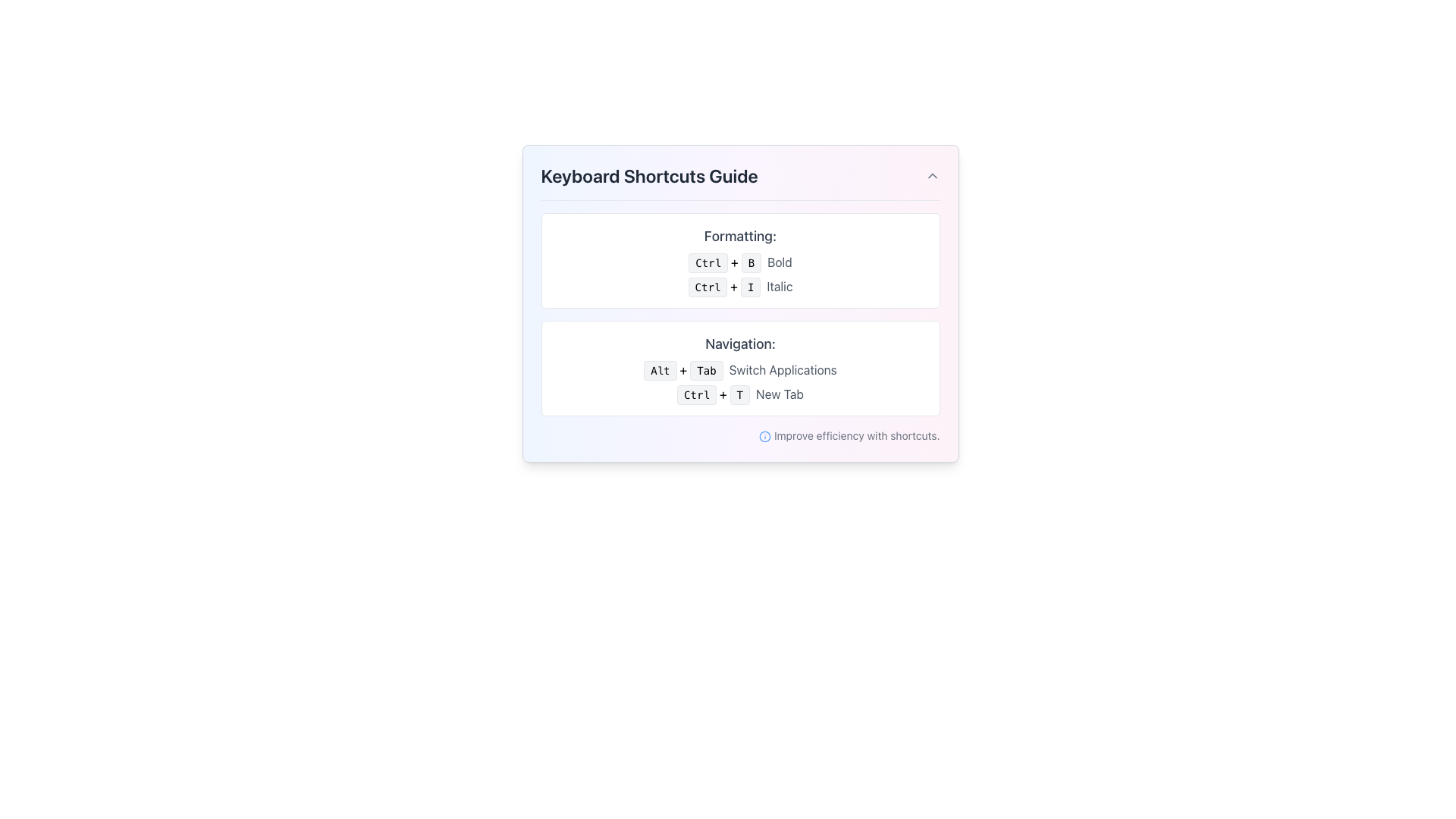 The height and width of the screenshot is (819, 1456). Describe the element at coordinates (734, 287) in the screenshot. I see `the Text label that visually indicates a keyboard shortcut separator, located between 'Ctrl' and 'I'` at that location.